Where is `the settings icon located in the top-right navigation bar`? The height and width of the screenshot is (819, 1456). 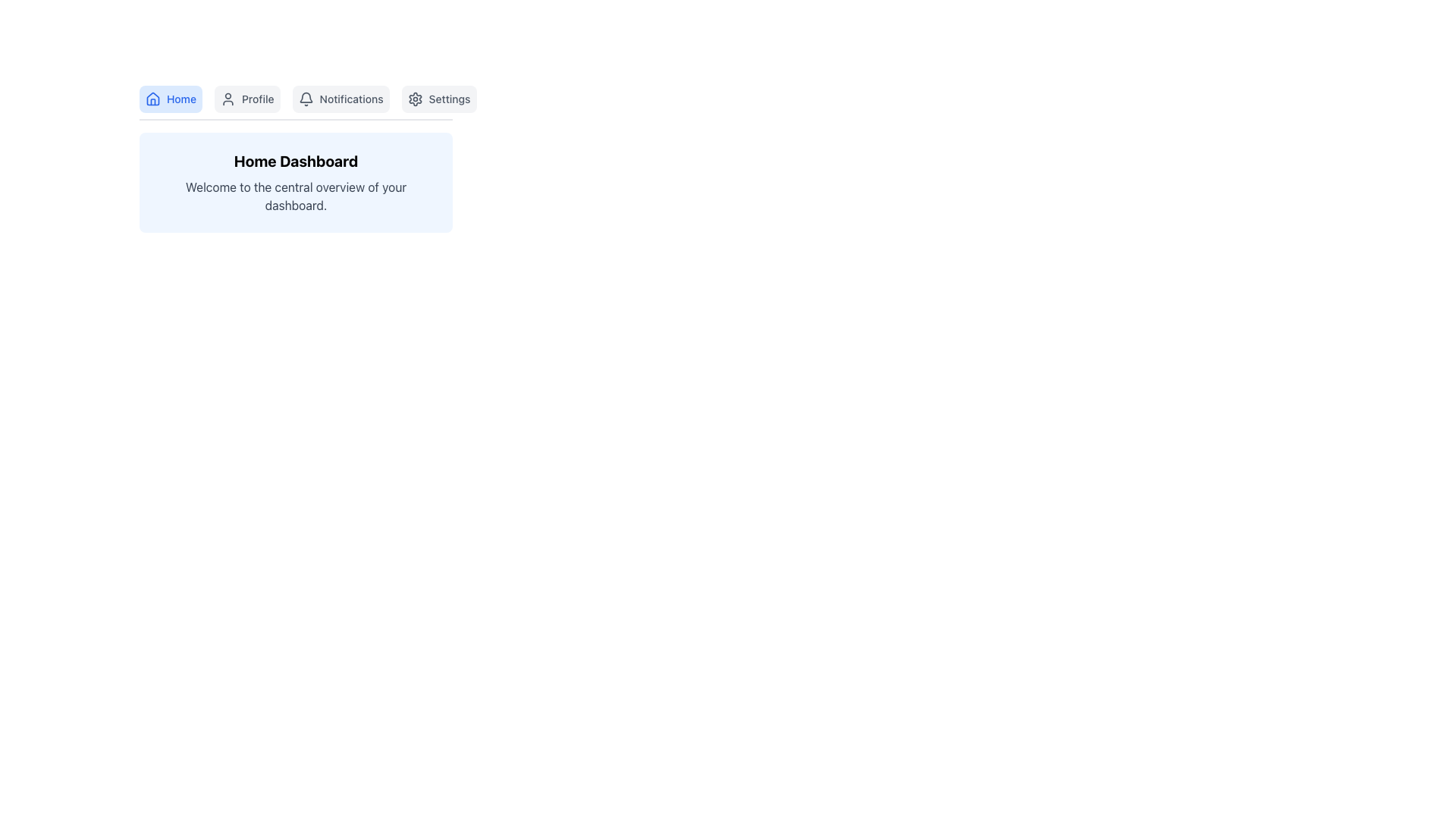
the settings icon located in the top-right navigation bar is located at coordinates (415, 99).